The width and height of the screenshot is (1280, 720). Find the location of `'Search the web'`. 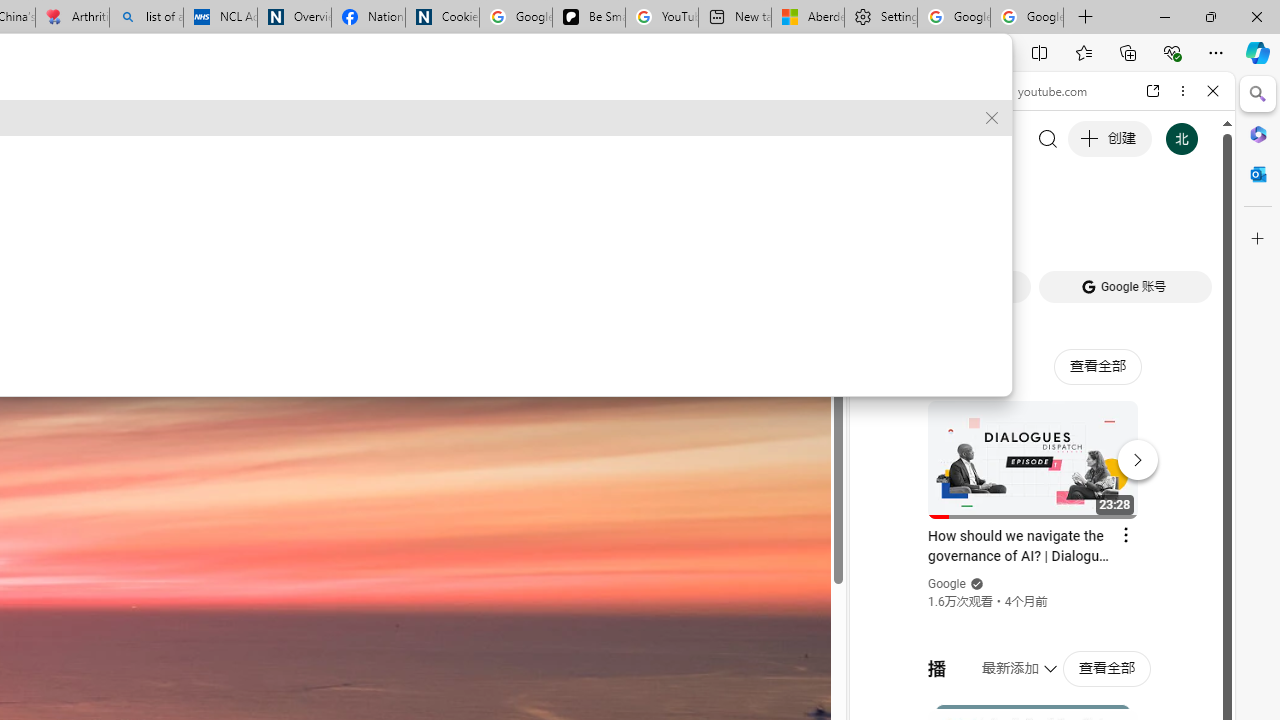

'Search the web' is located at coordinates (1051, 137).